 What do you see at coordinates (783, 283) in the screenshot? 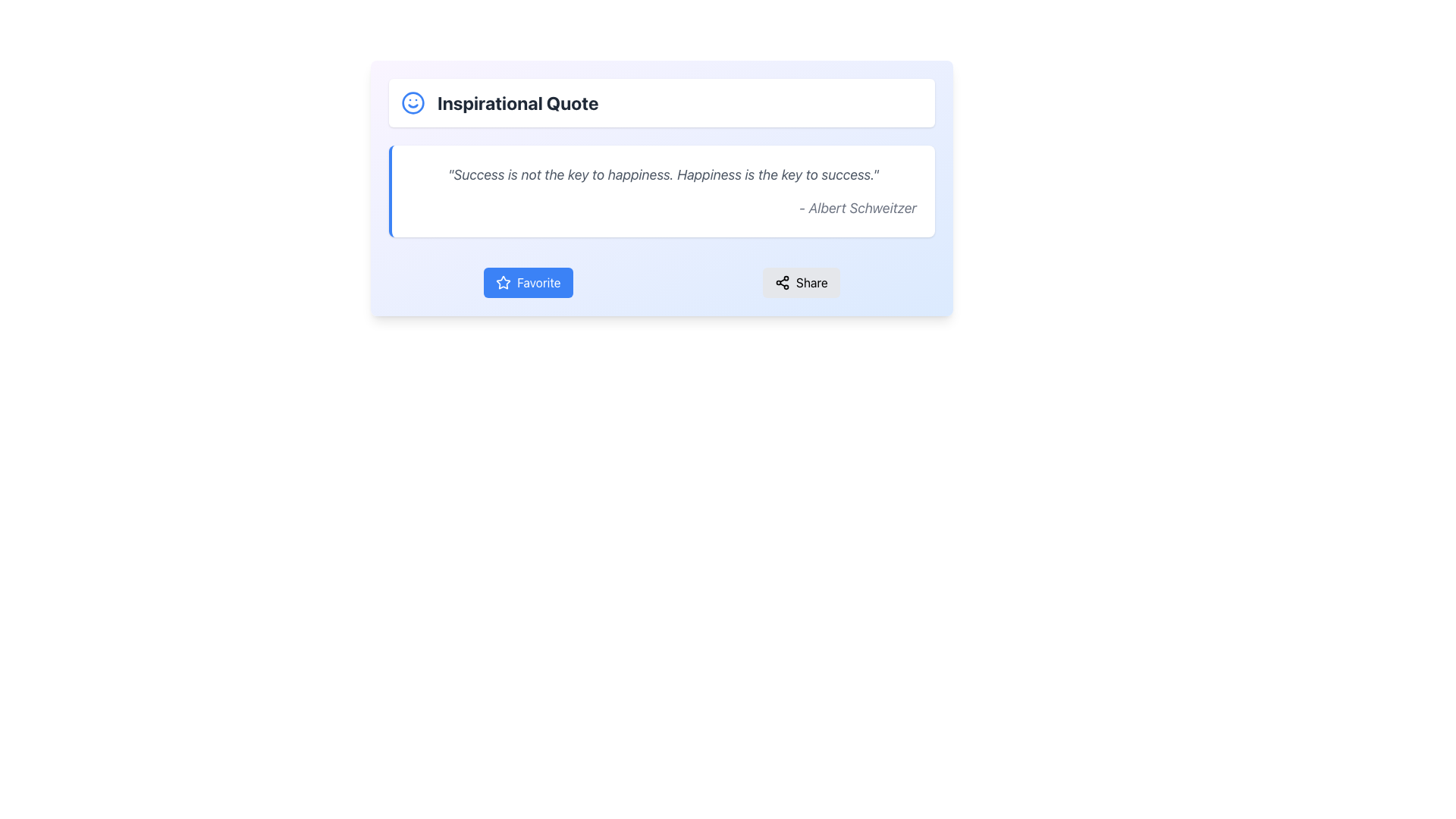
I see `the share icon within the 'Share' button located at the bottom-right corner of the card` at bounding box center [783, 283].